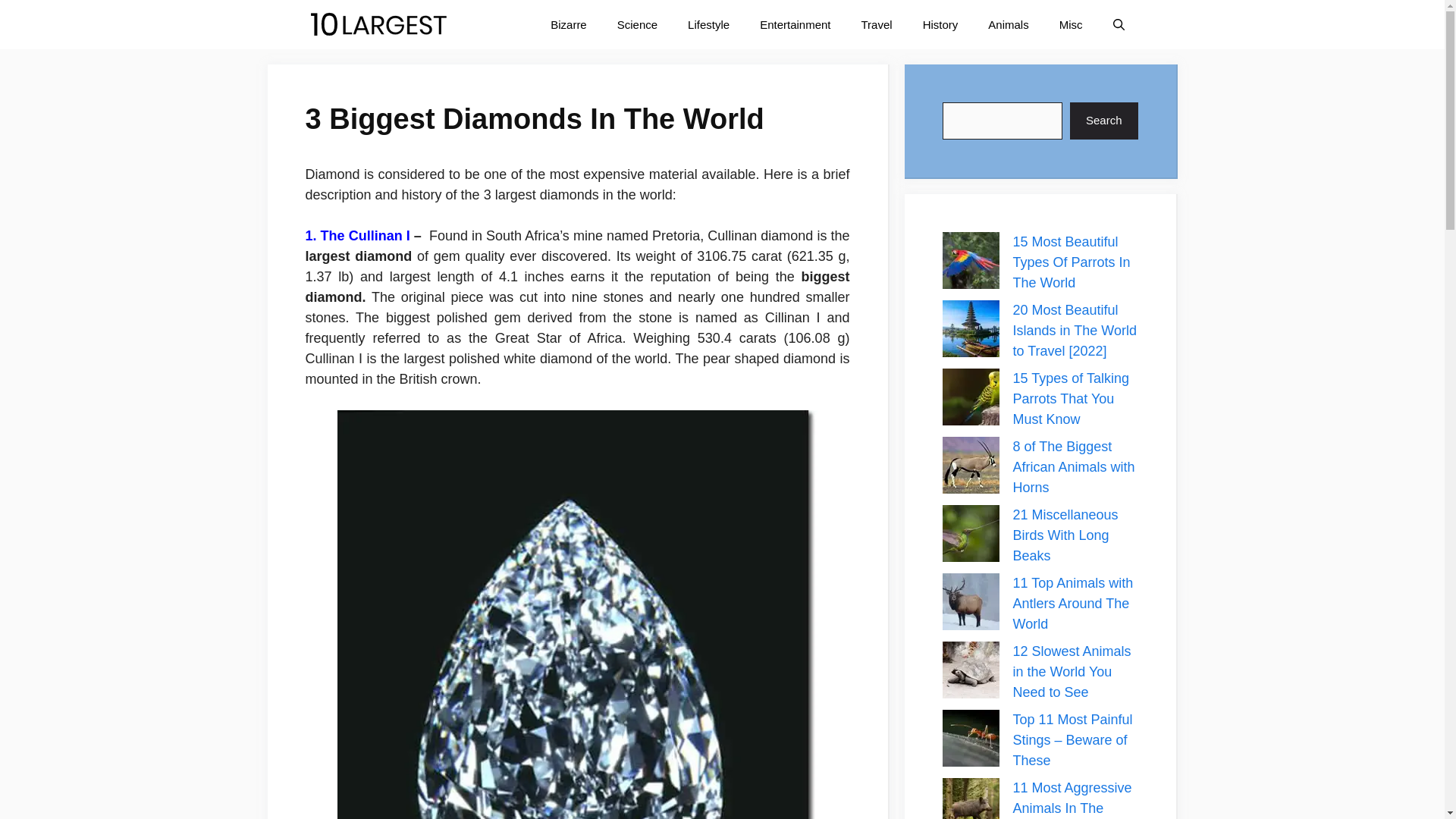 The image size is (1456, 819). Describe the element at coordinates (637, 24) in the screenshot. I see `'Science'` at that location.